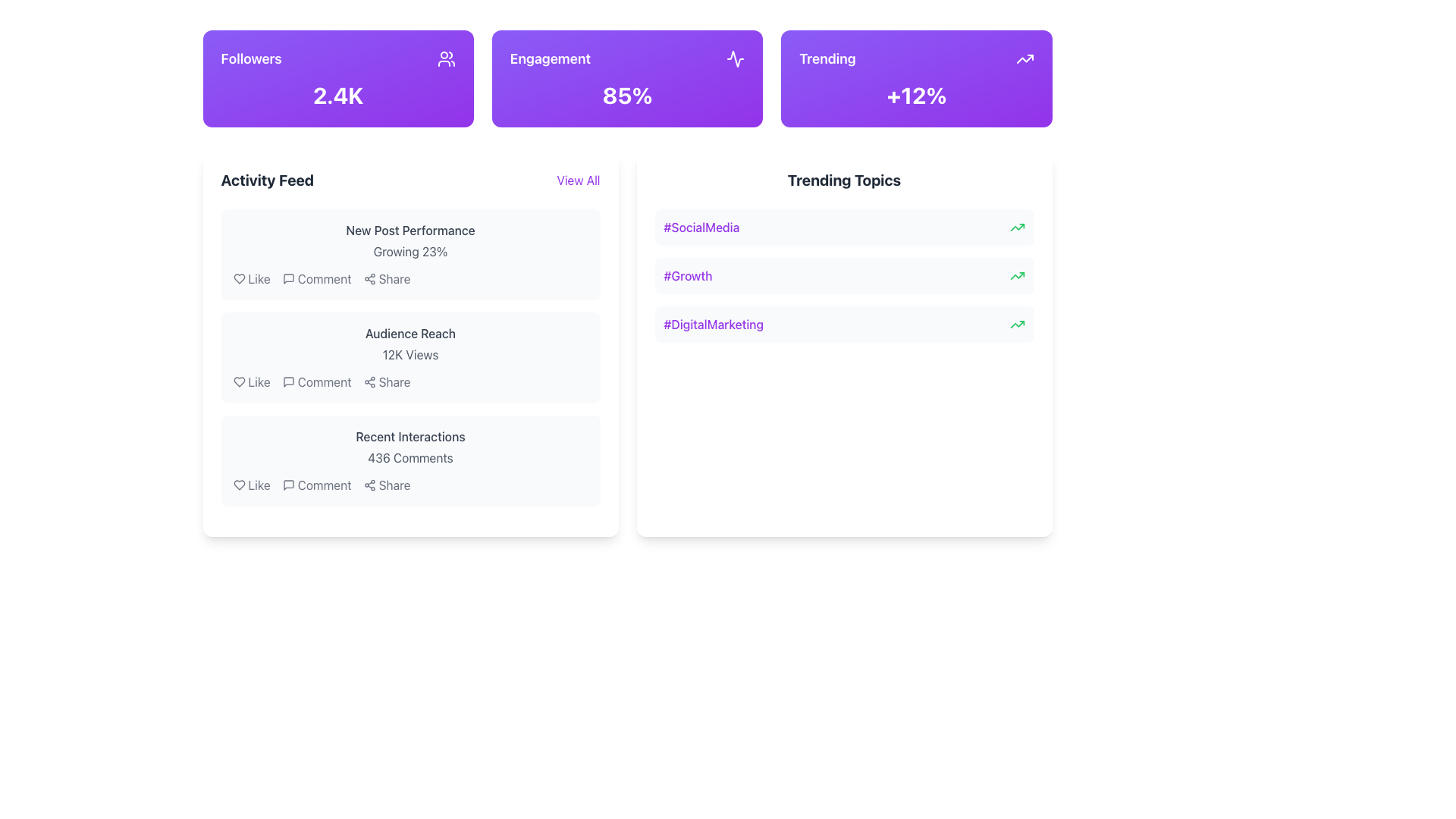 This screenshot has height=819, width=1456. I want to click on the bold and large text '2.4K' displayed in white font on a purple background, which is located beneath the 'Followers' label within the card interface, so click(337, 96).